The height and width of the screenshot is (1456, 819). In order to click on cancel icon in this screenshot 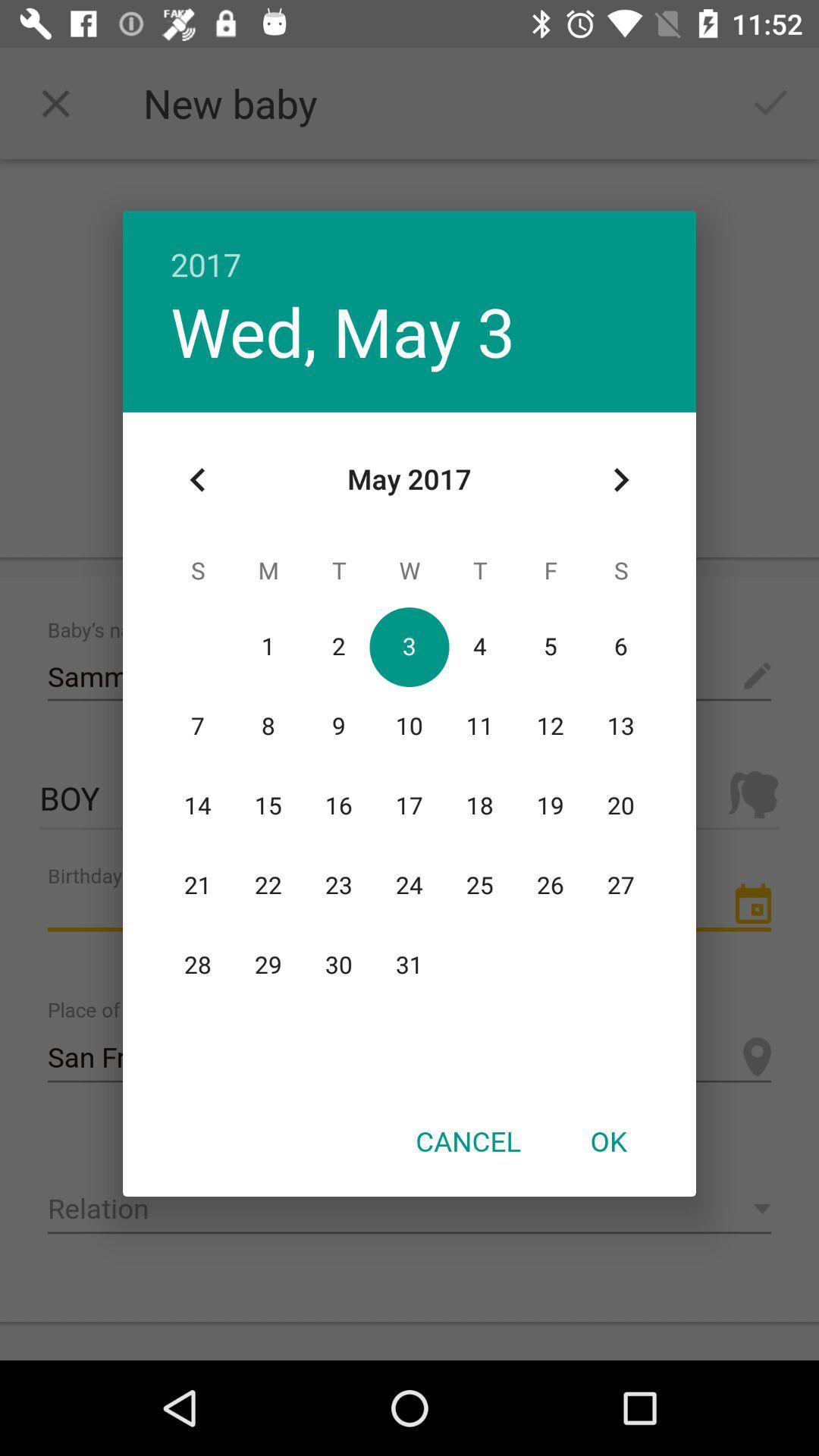, I will do `click(467, 1141)`.